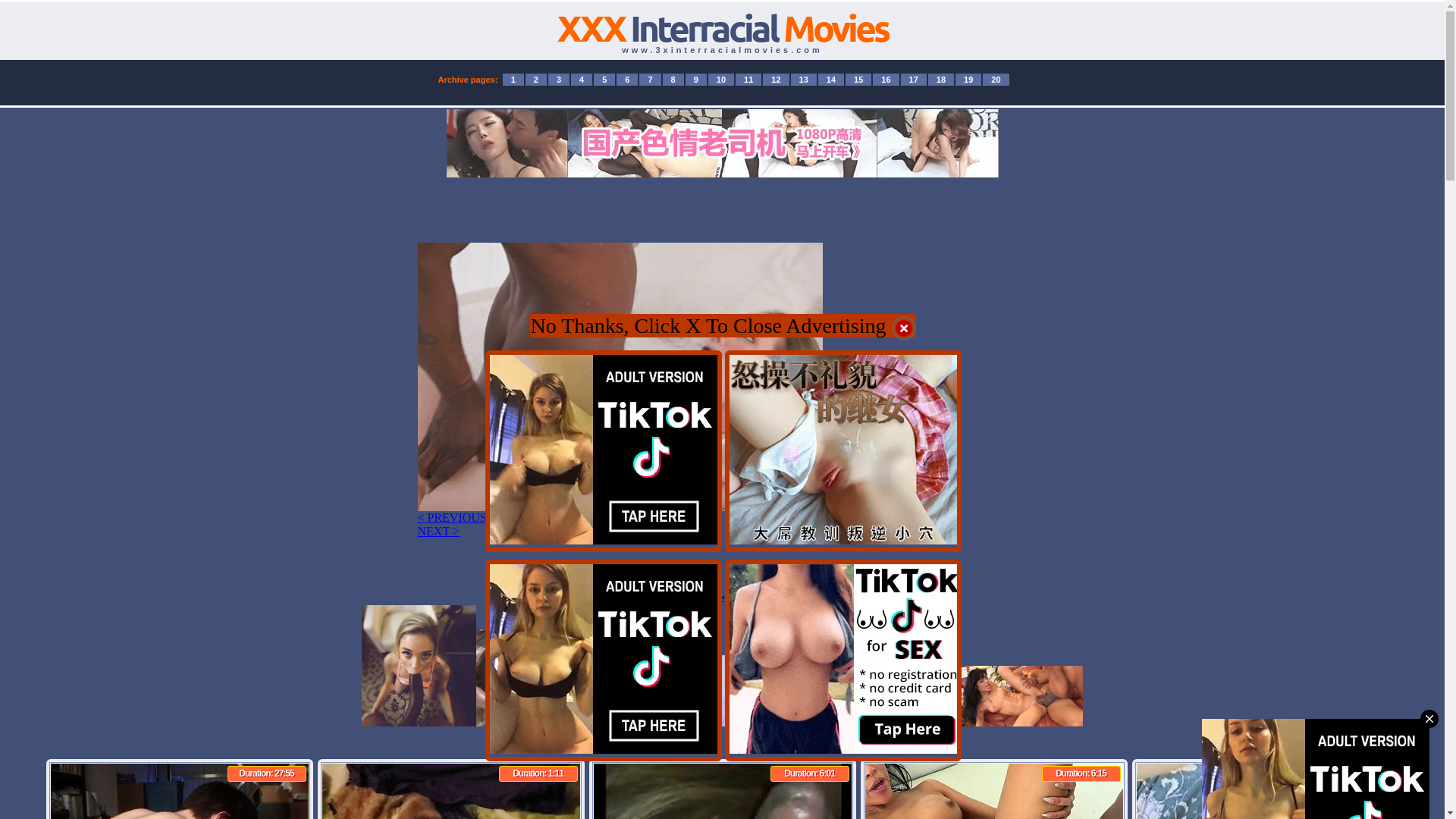  What do you see at coordinates (775, 79) in the screenshot?
I see `'12'` at bounding box center [775, 79].